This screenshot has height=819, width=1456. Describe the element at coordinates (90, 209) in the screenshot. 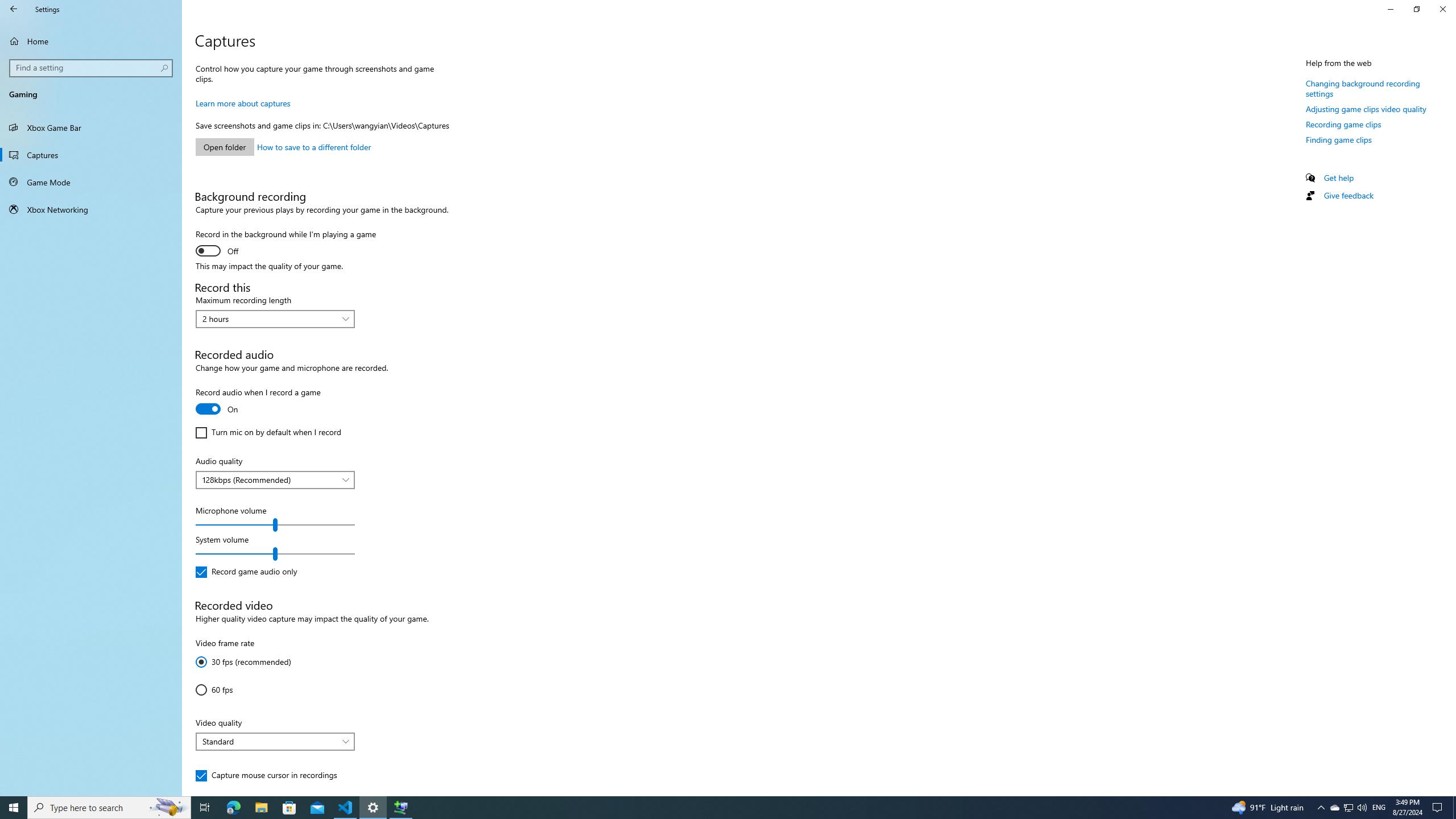

I see `'Xbox Networking'` at that location.